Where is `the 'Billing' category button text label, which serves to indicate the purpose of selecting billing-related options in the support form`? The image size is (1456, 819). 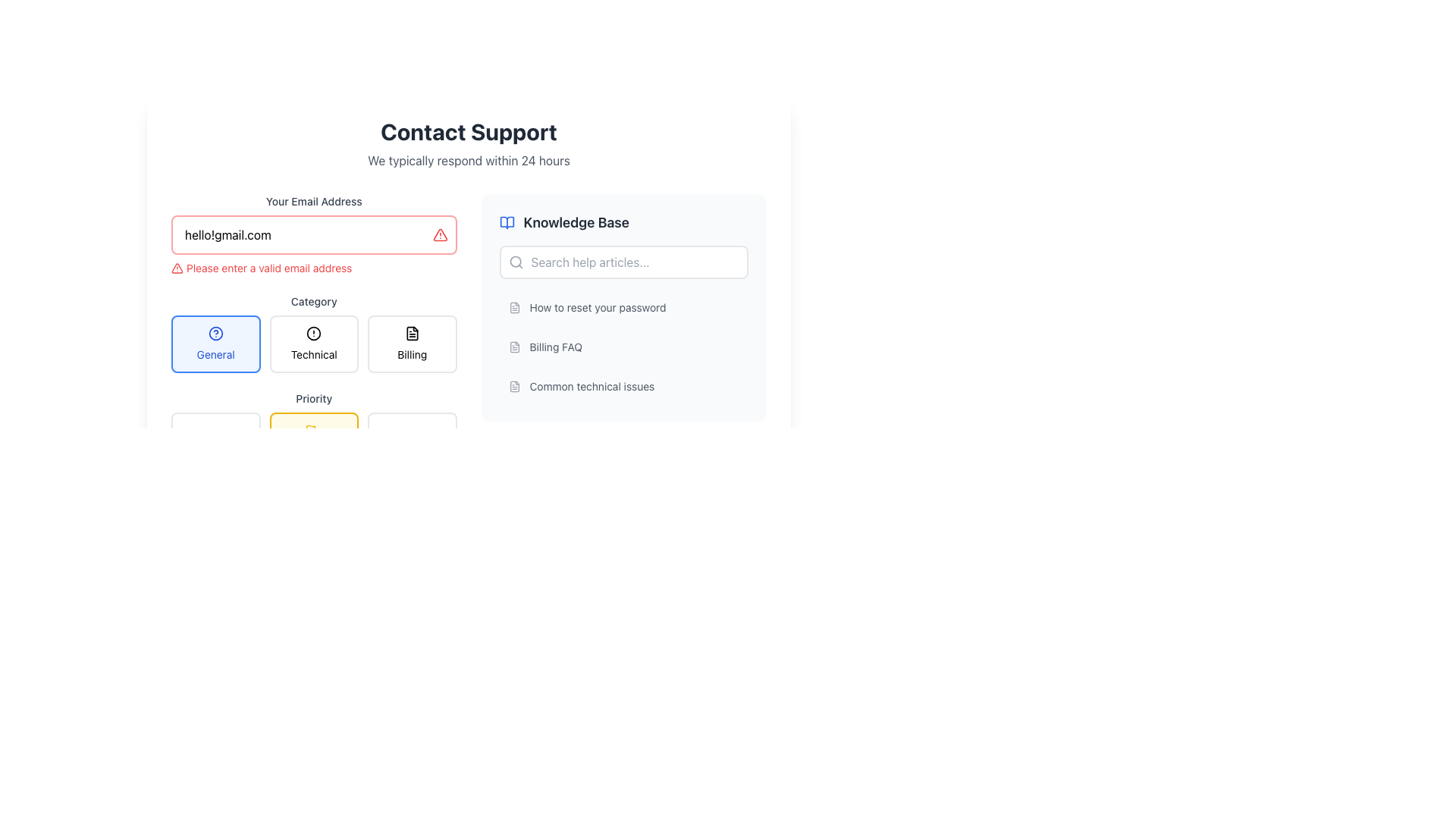 the 'Billing' category button text label, which serves to indicate the purpose of selecting billing-related options in the support form is located at coordinates (412, 354).